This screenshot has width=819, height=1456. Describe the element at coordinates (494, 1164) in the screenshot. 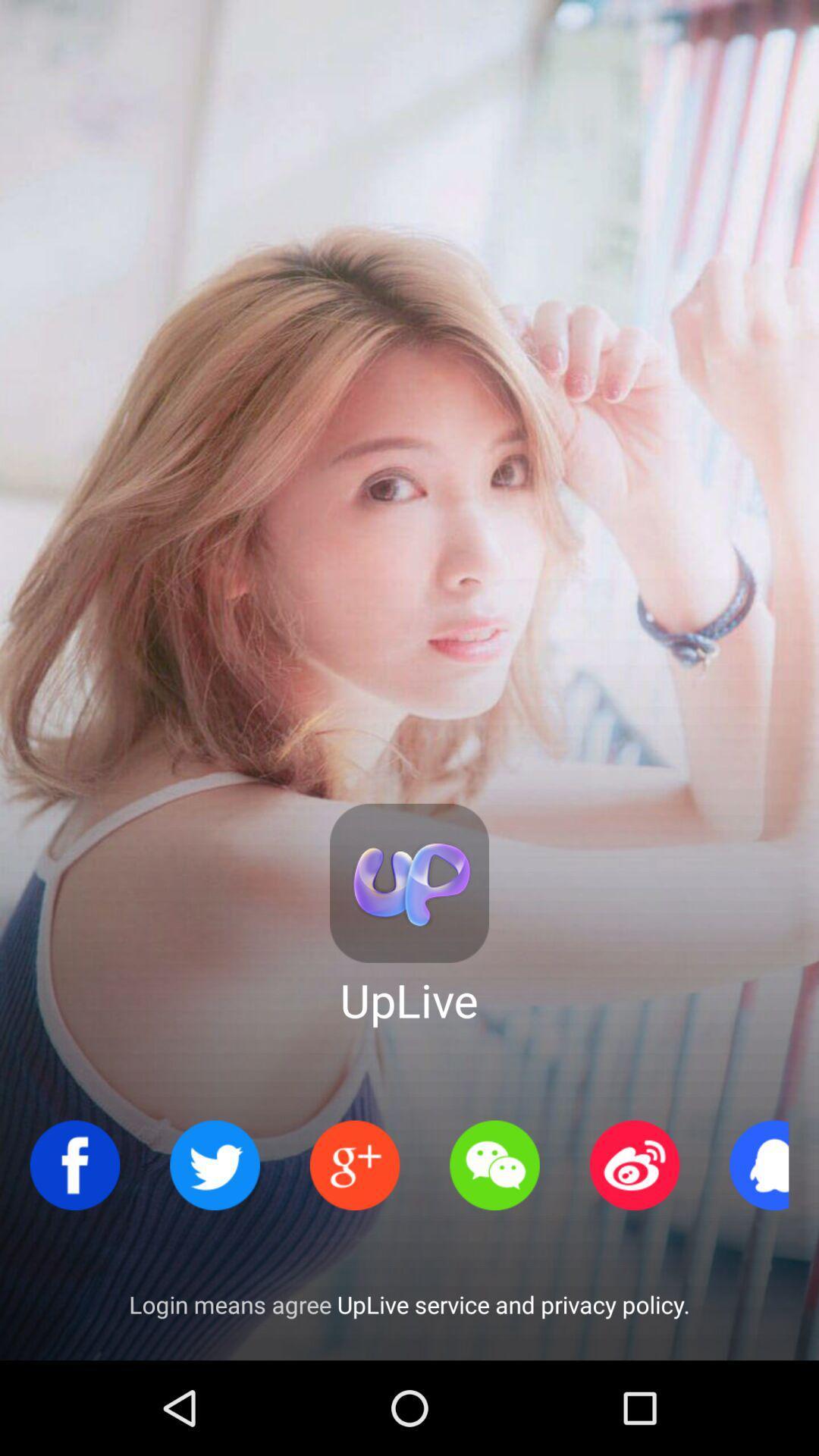

I see `the chat icon` at that location.